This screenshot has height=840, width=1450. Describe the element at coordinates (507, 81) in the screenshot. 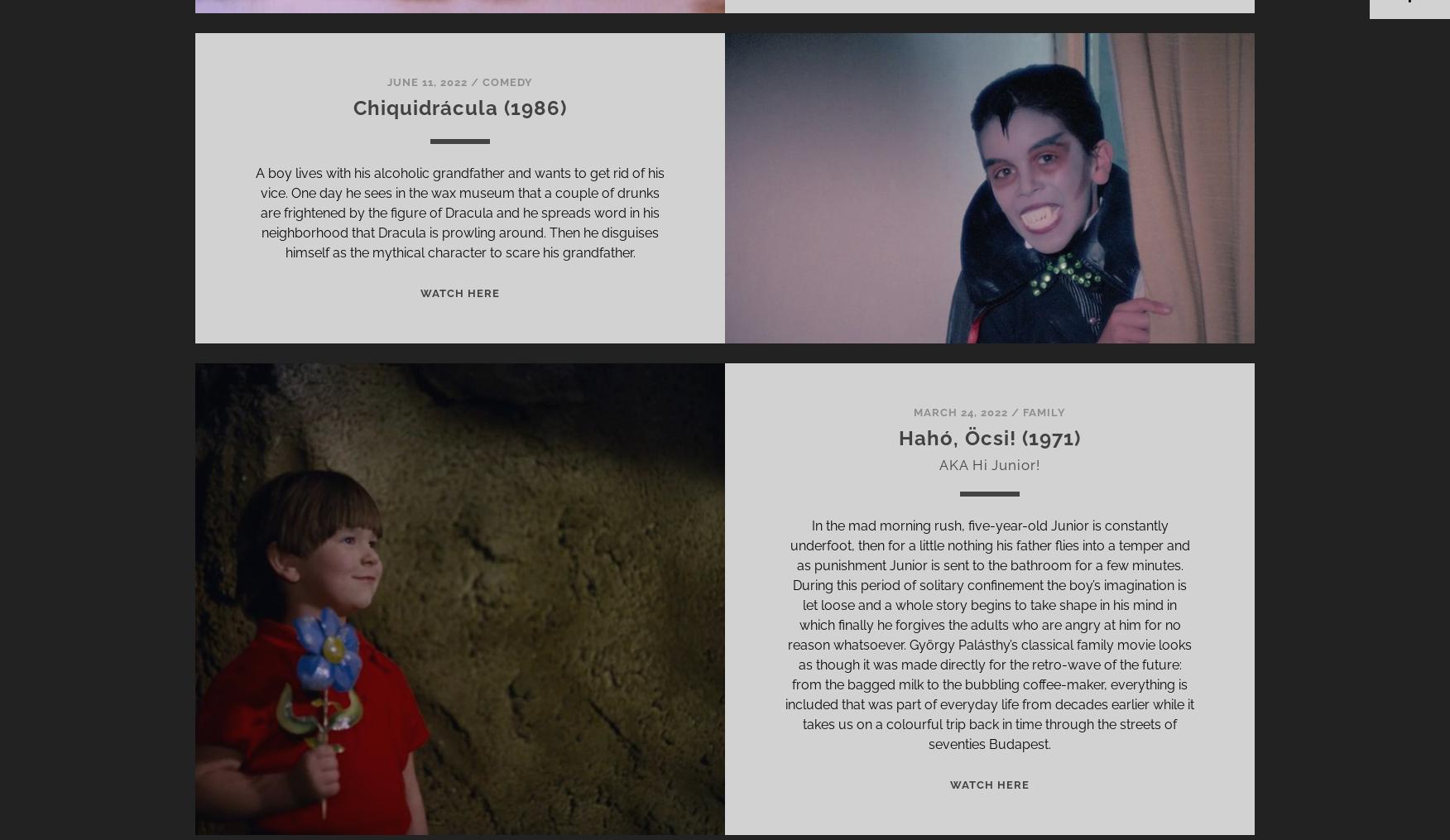

I see `'Comedy'` at that location.